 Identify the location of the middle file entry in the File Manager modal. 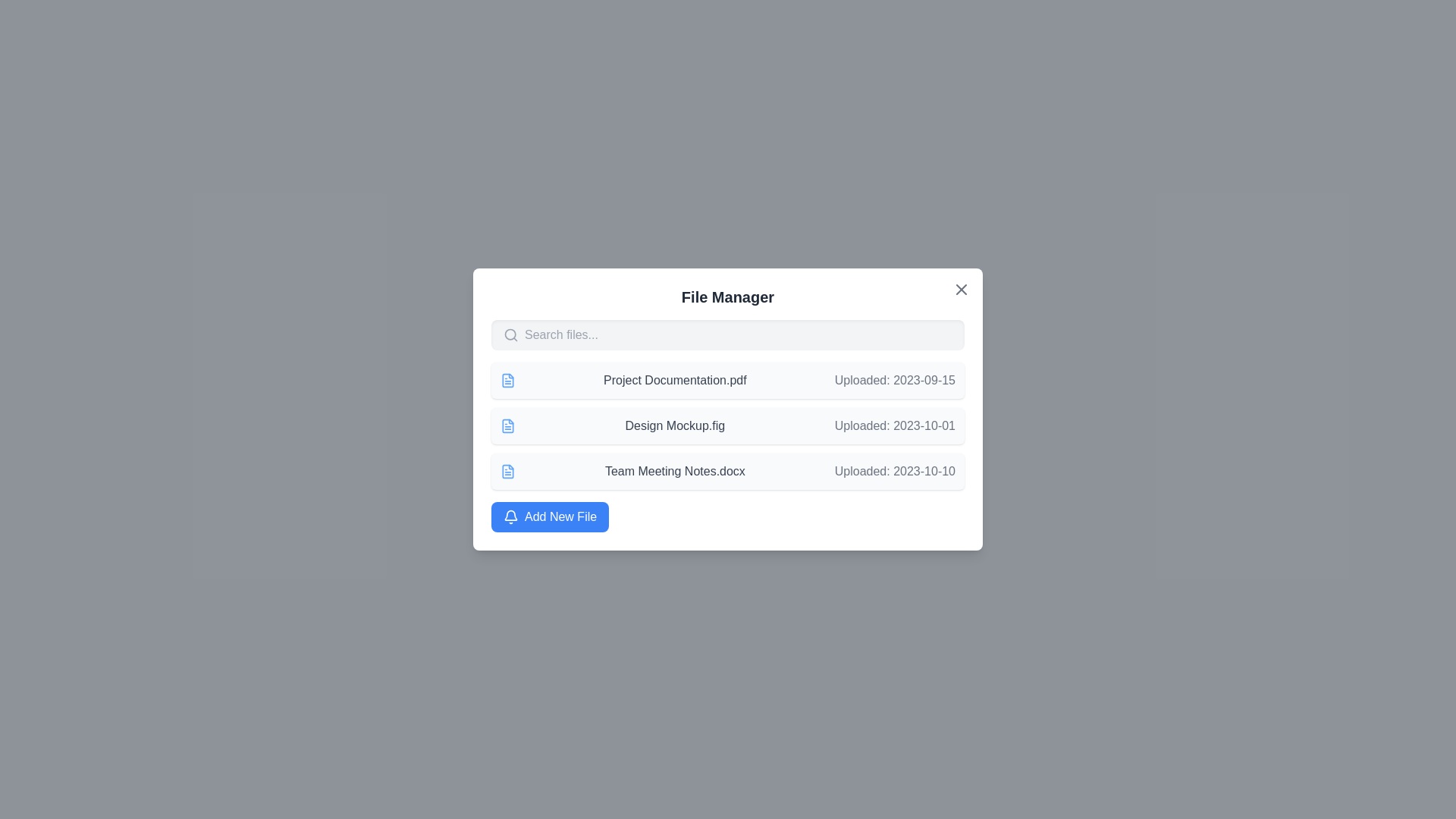
(728, 409).